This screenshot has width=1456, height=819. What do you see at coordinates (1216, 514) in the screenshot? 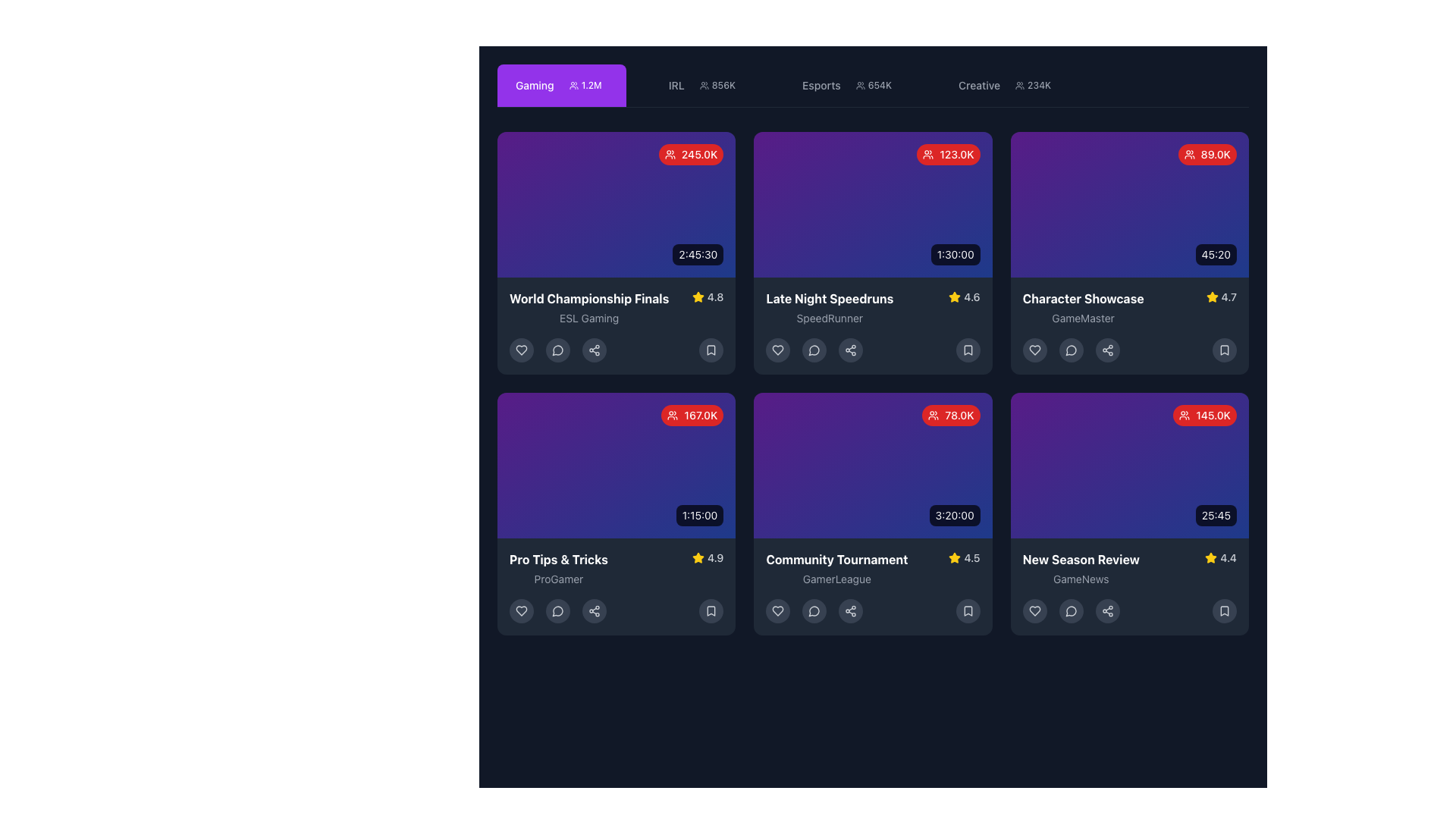
I see `the Text label displaying the duration or elapsed time of the media, located at the bottom-right corner of the sixth card in a grid layout` at bounding box center [1216, 514].